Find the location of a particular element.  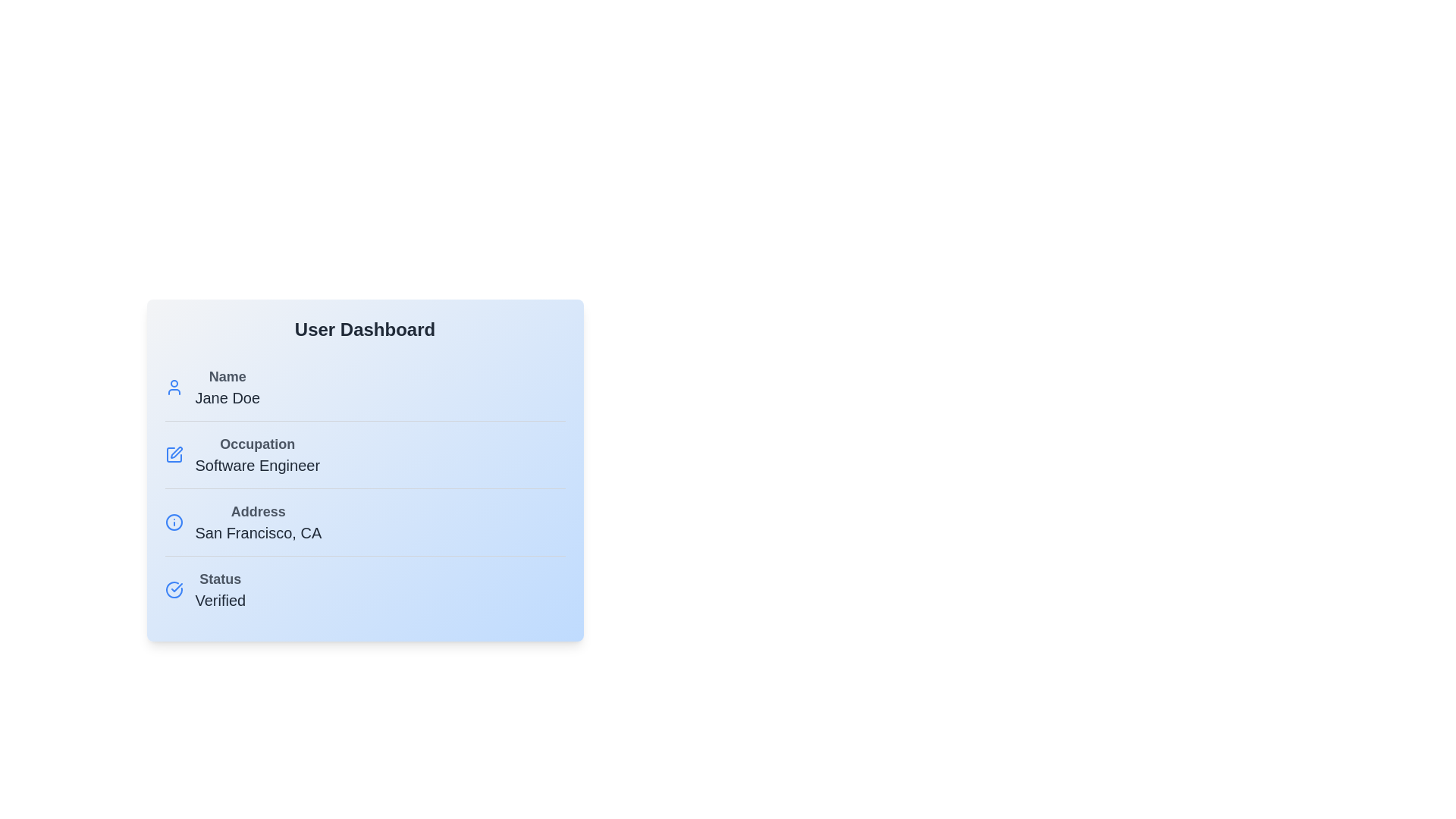

the blue pencil icon next to the 'Occupation' label is located at coordinates (174, 454).